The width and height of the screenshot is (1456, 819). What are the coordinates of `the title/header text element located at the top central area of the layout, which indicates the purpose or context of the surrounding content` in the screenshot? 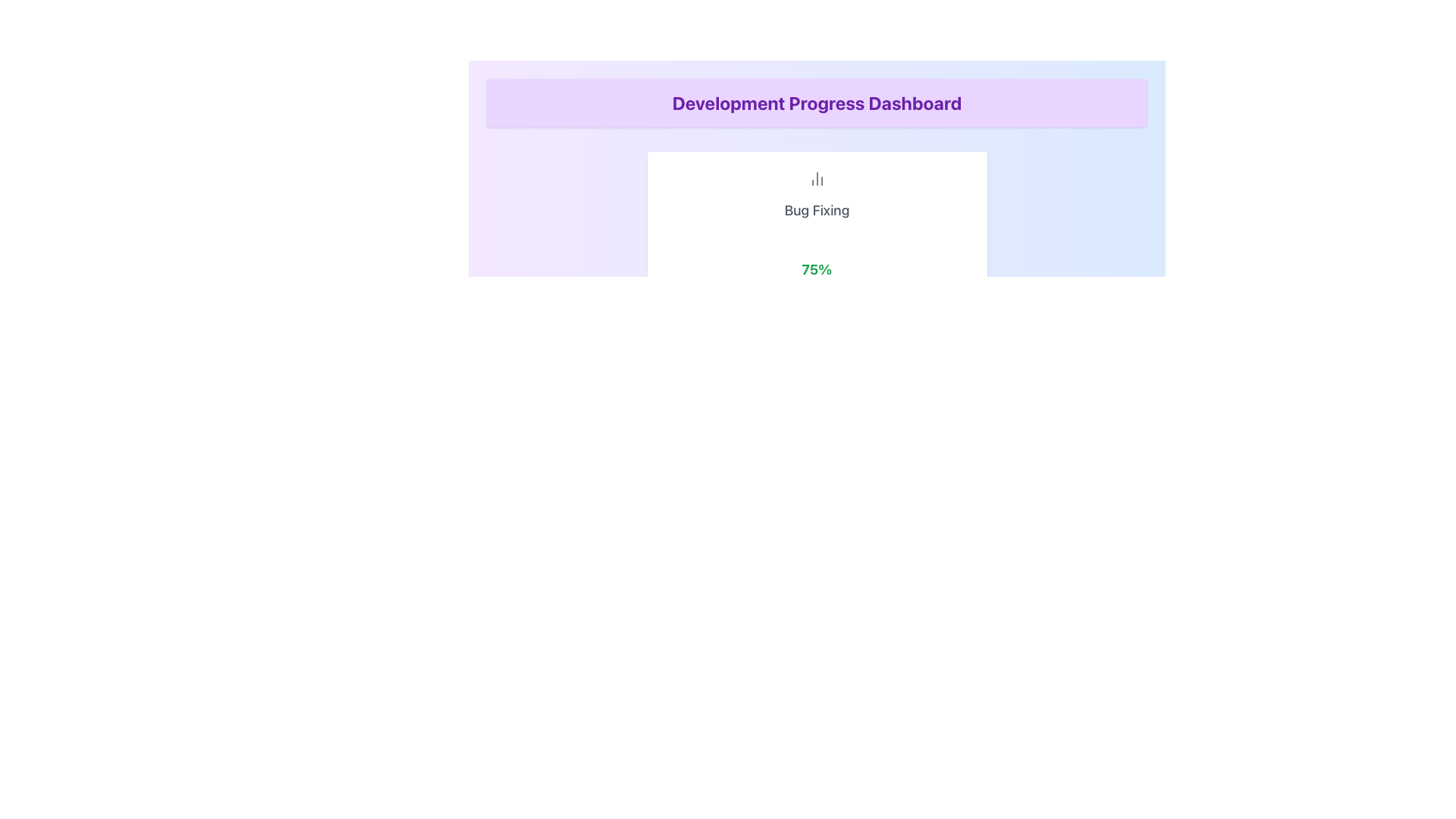 It's located at (816, 102).